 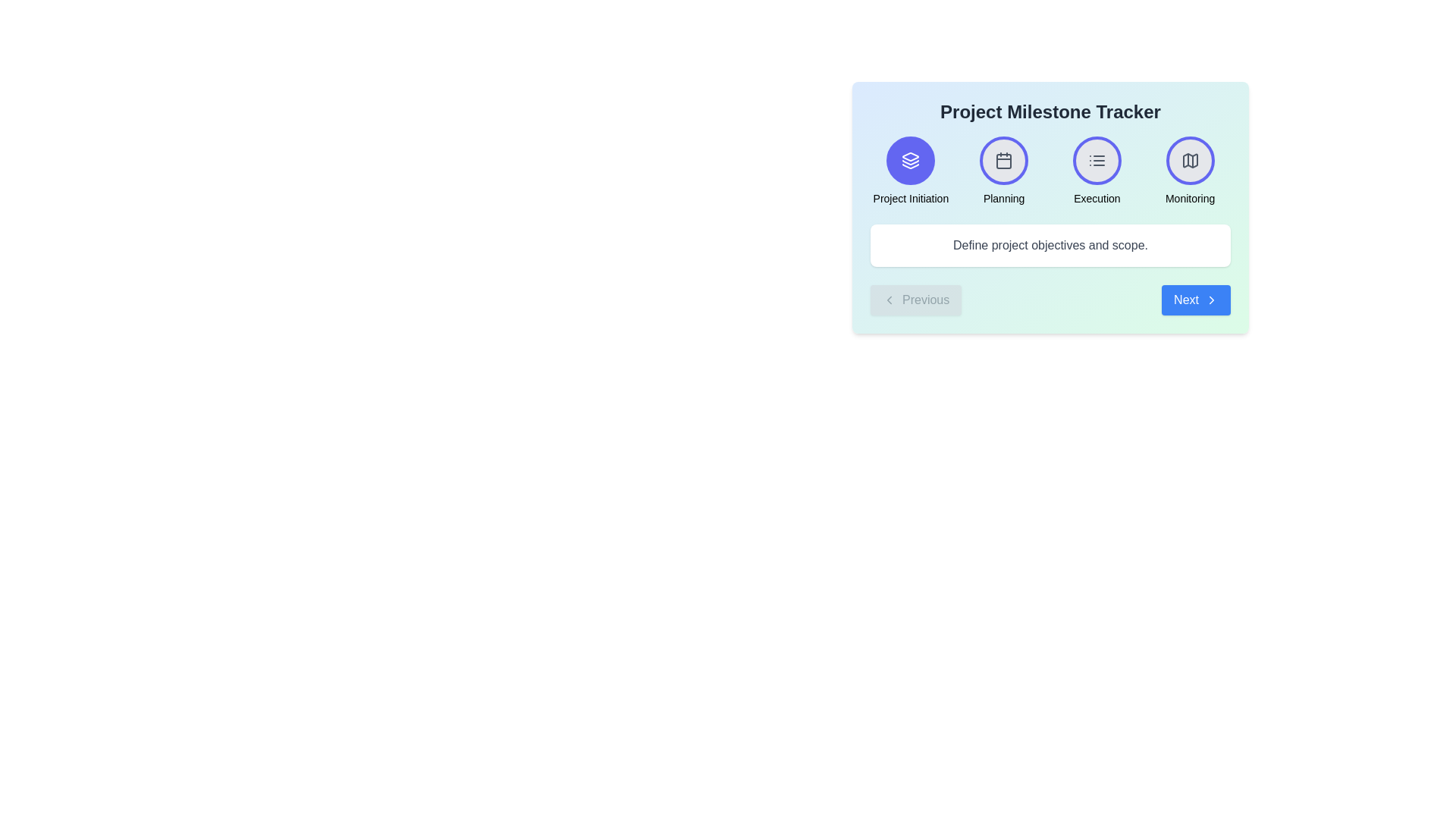 What do you see at coordinates (1189, 161) in the screenshot?
I see `the 'Monitoring' SVG Graphic Icon in the Project Milestone Tracker interface` at bounding box center [1189, 161].